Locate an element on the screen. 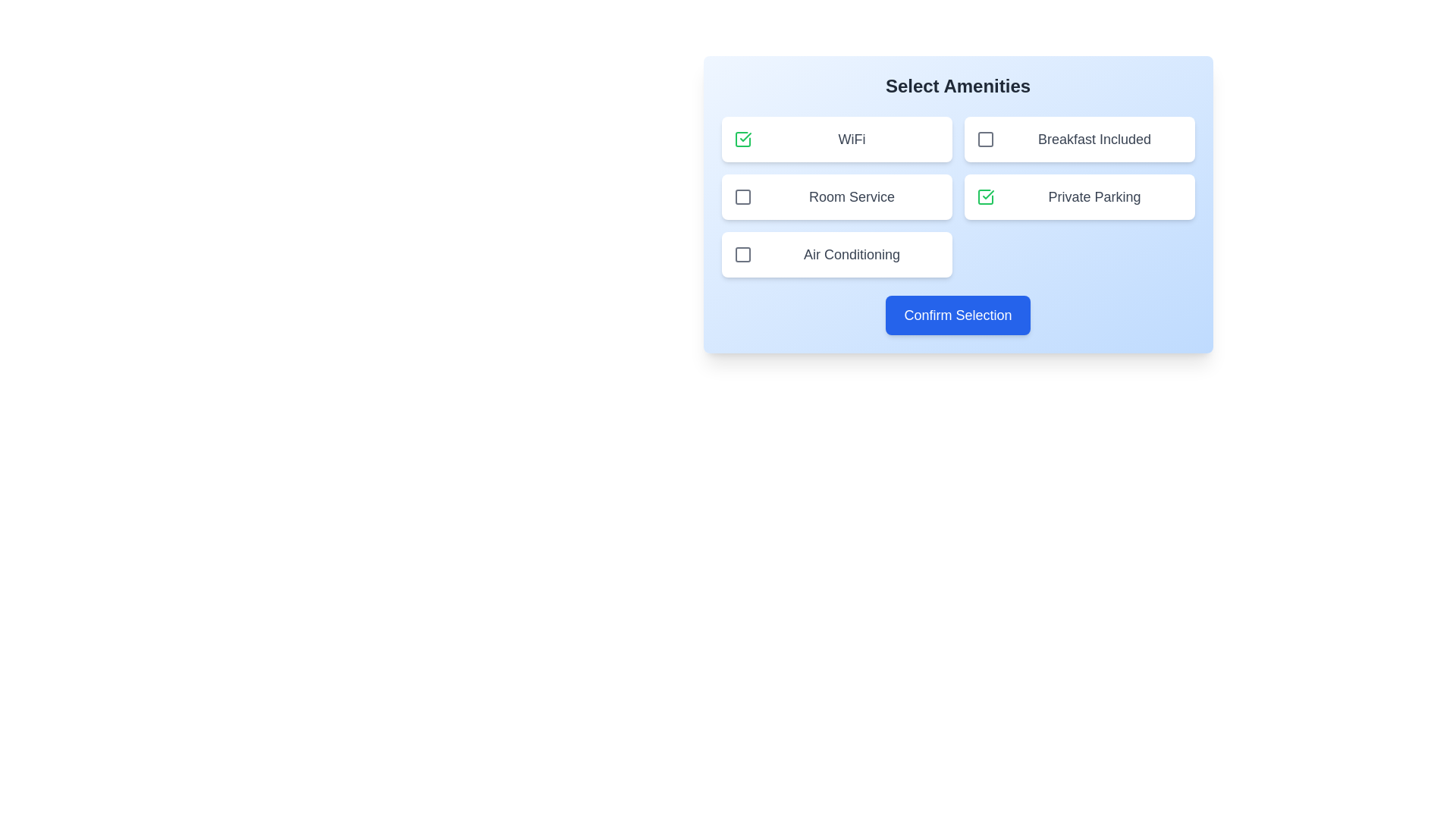 Image resolution: width=1456 pixels, height=819 pixels. text label 'Air Conditioning' which is styled in medium gray font and is part of the amenities selection interface, located in the fourth row of the grid layout is located at coordinates (852, 253).